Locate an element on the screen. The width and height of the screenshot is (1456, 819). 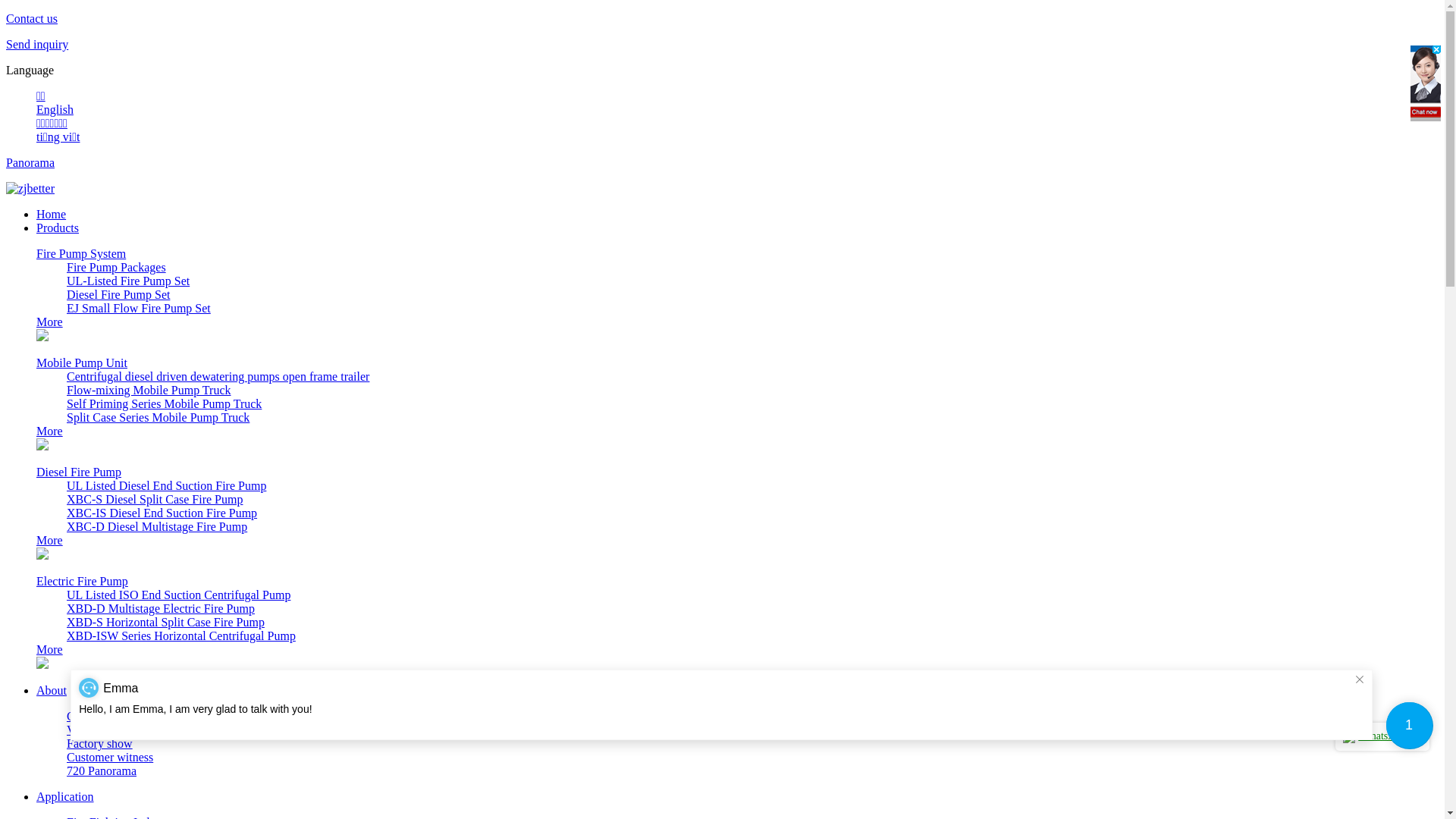
'XBD-S Horizontal Split Case Fire Pump' is located at coordinates (165, 622).